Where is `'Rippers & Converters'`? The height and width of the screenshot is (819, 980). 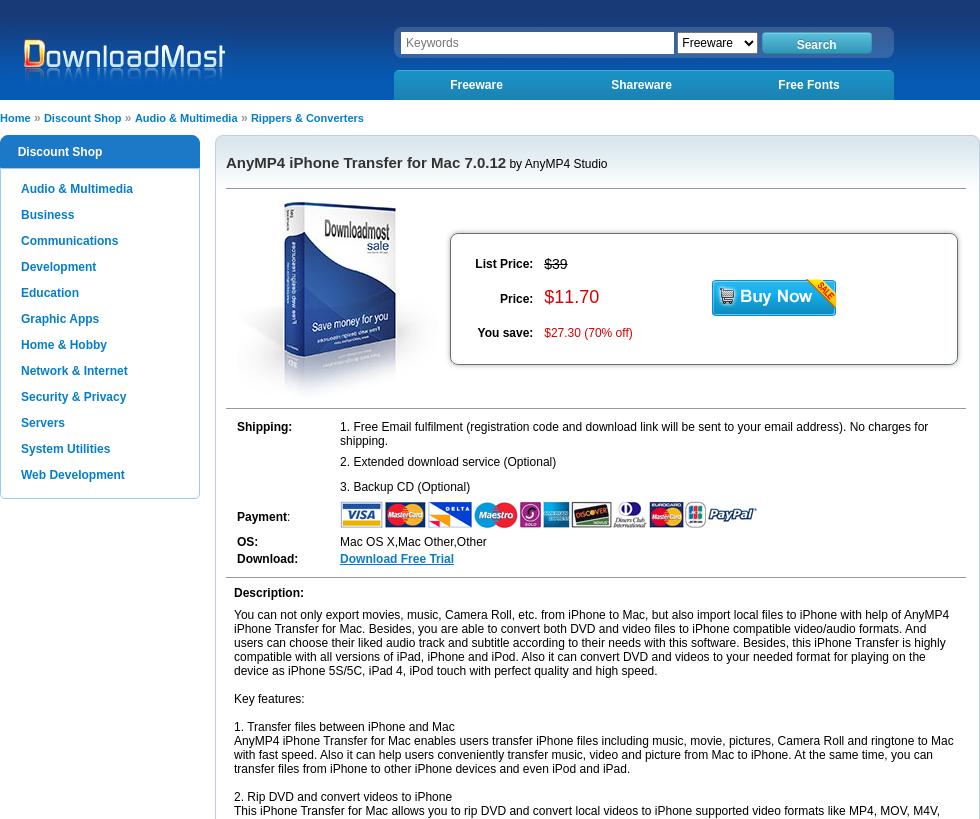 'Rippers & Converters' is located at coordinates (306, 117).